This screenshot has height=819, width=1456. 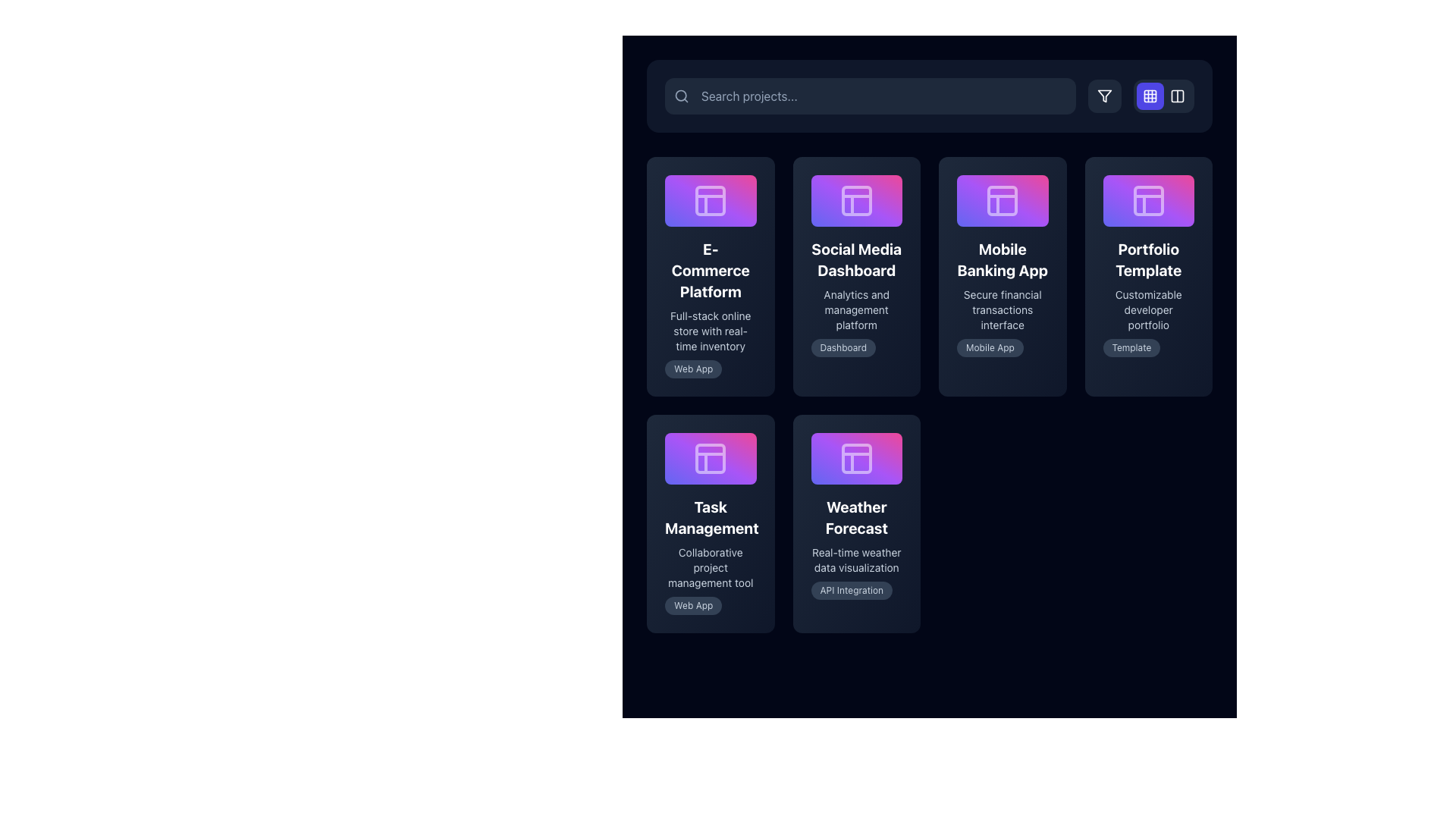 I want to click on the search icon located at the far left inside the input box used for searching projects, which appears before the placeholder text 'Search projects...', so click(x=680, y=96).